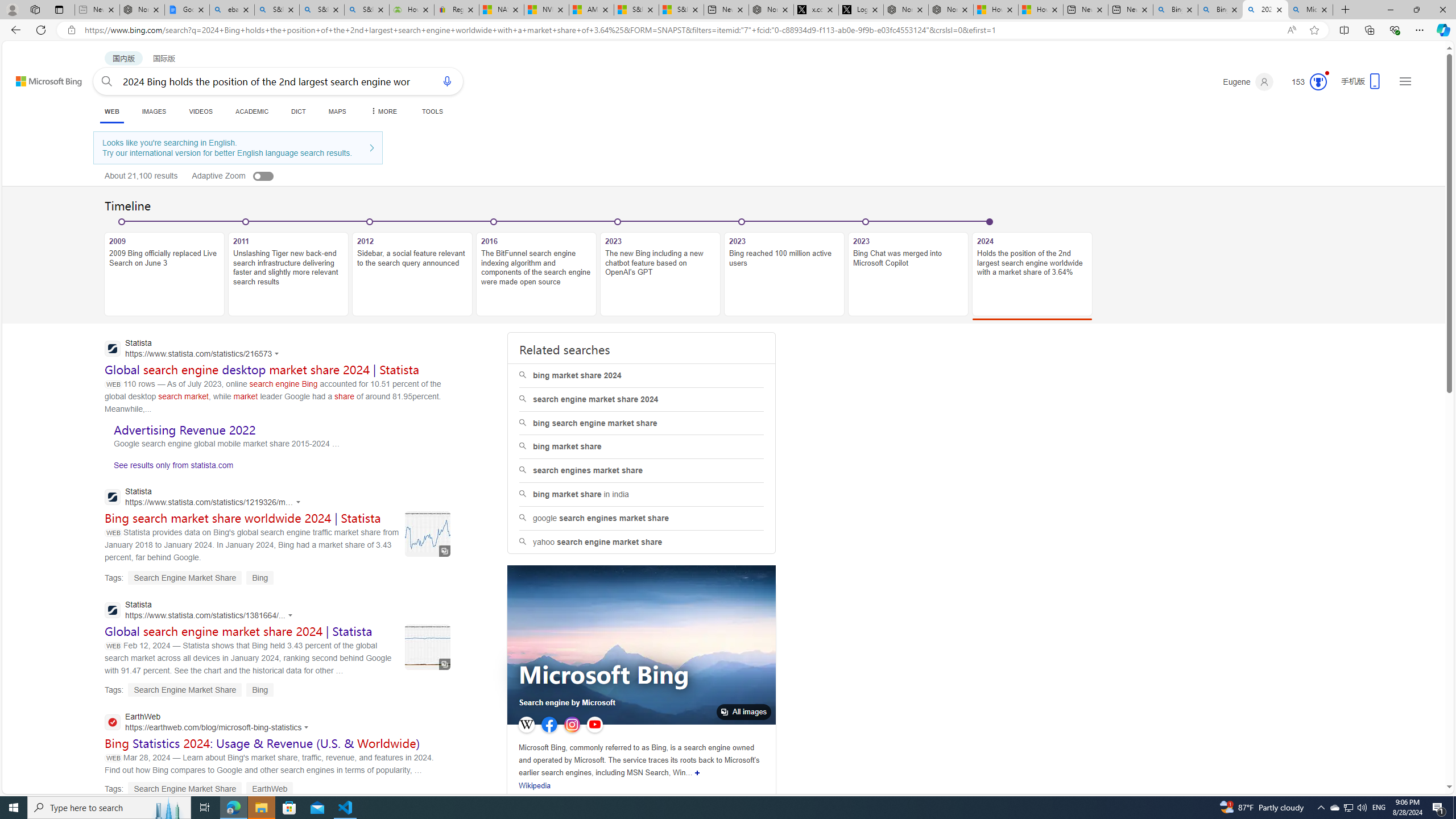  I want to click on 'ACADEMIC', so click(253, 111).